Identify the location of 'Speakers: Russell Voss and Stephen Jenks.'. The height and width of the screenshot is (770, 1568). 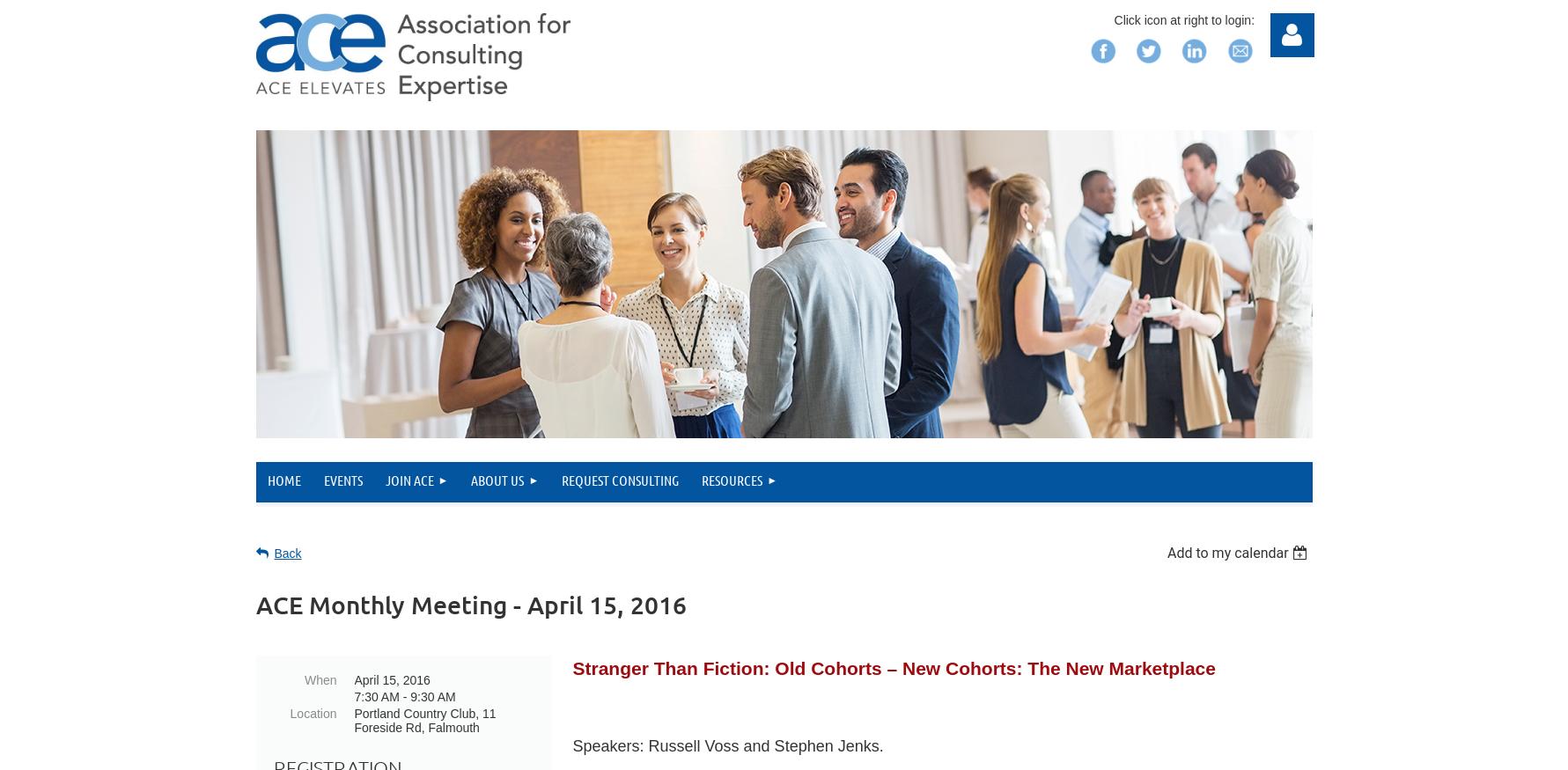
(730, 745).